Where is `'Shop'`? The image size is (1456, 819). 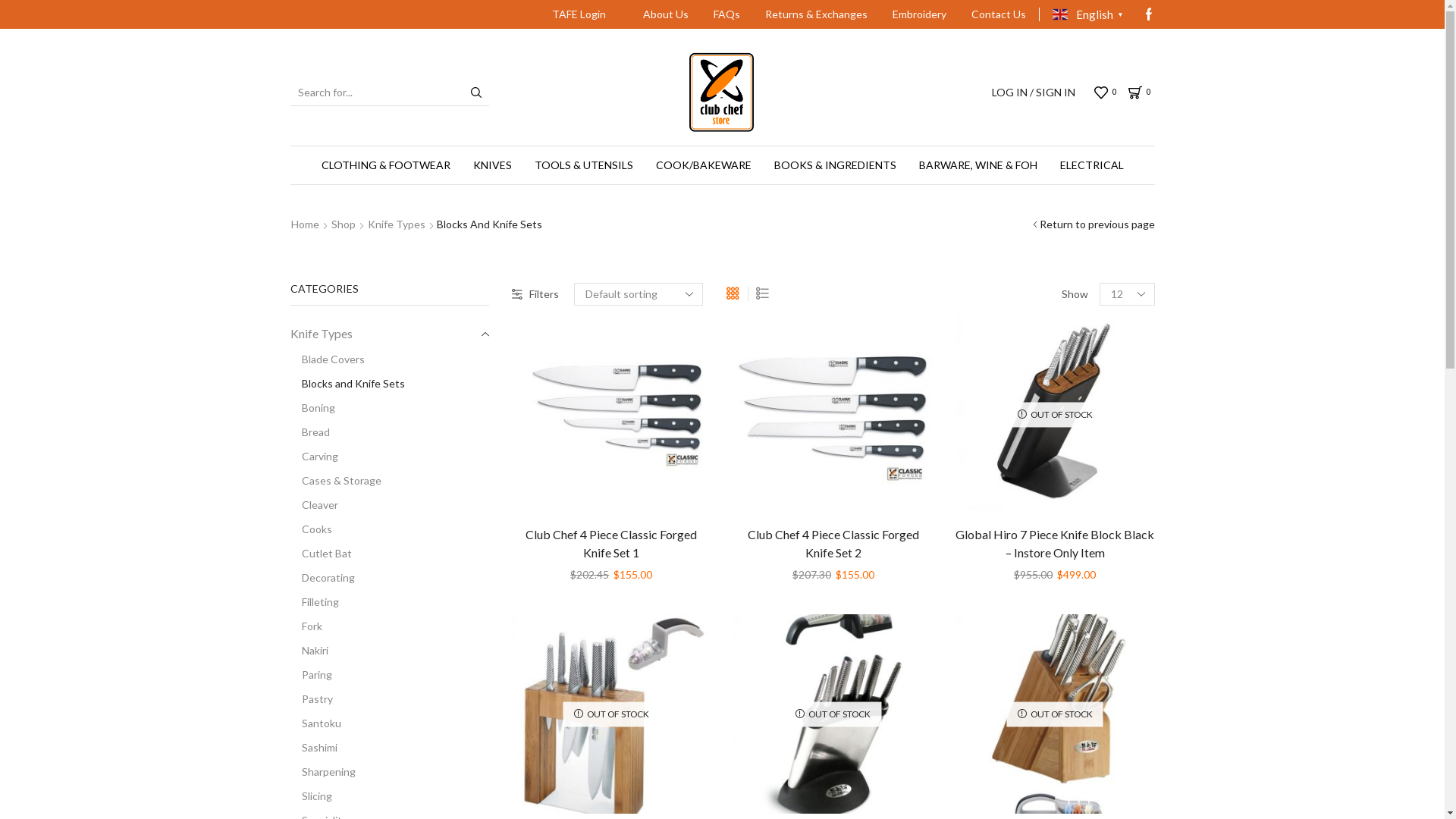 'Shop' is located at coordinates (330, 224).